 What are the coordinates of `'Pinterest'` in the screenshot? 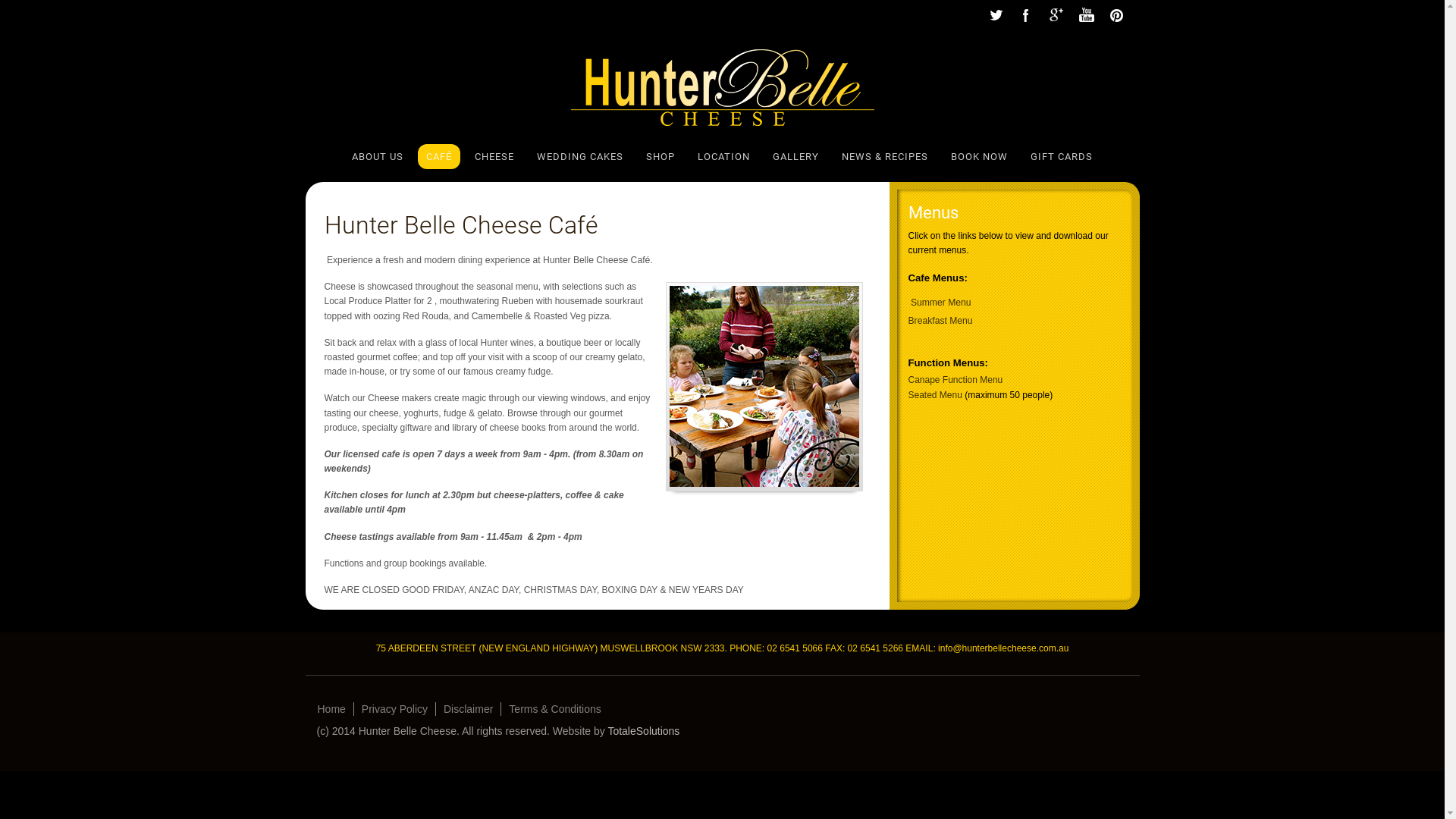 It's located at (1100, 15).